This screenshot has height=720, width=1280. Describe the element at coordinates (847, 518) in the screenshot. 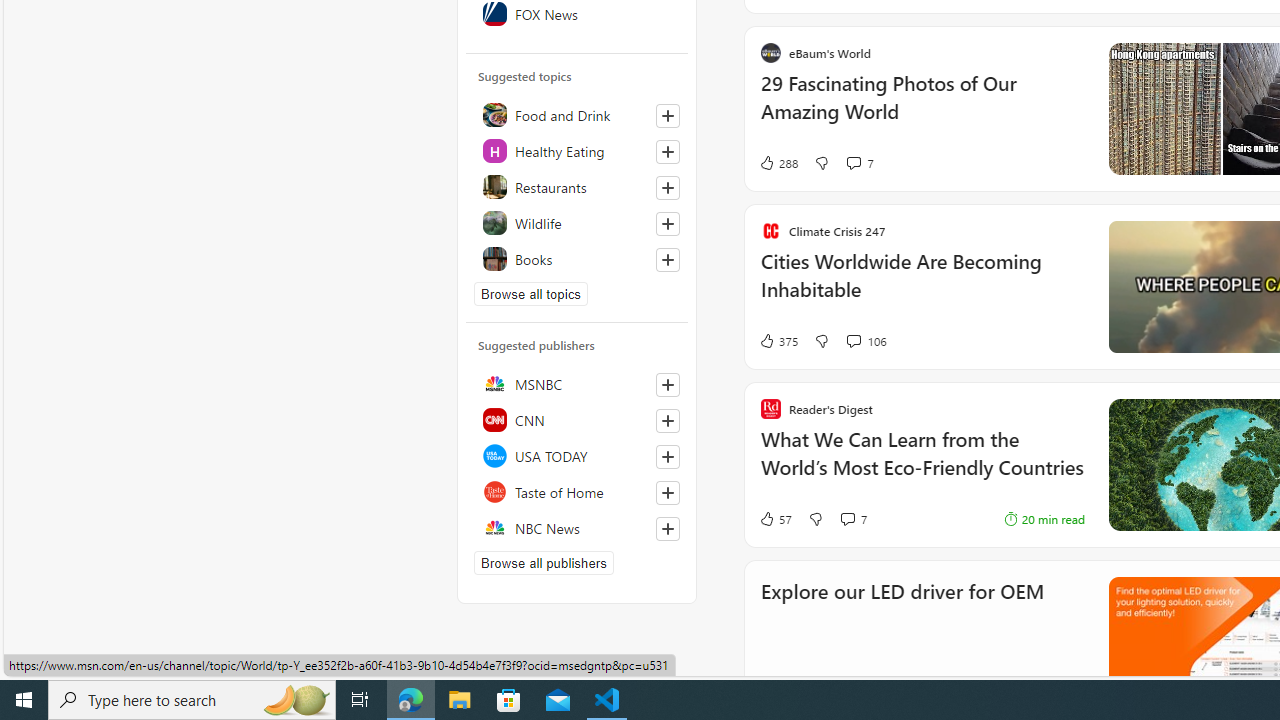

I see `'View comments 7 Comment'` at that location.